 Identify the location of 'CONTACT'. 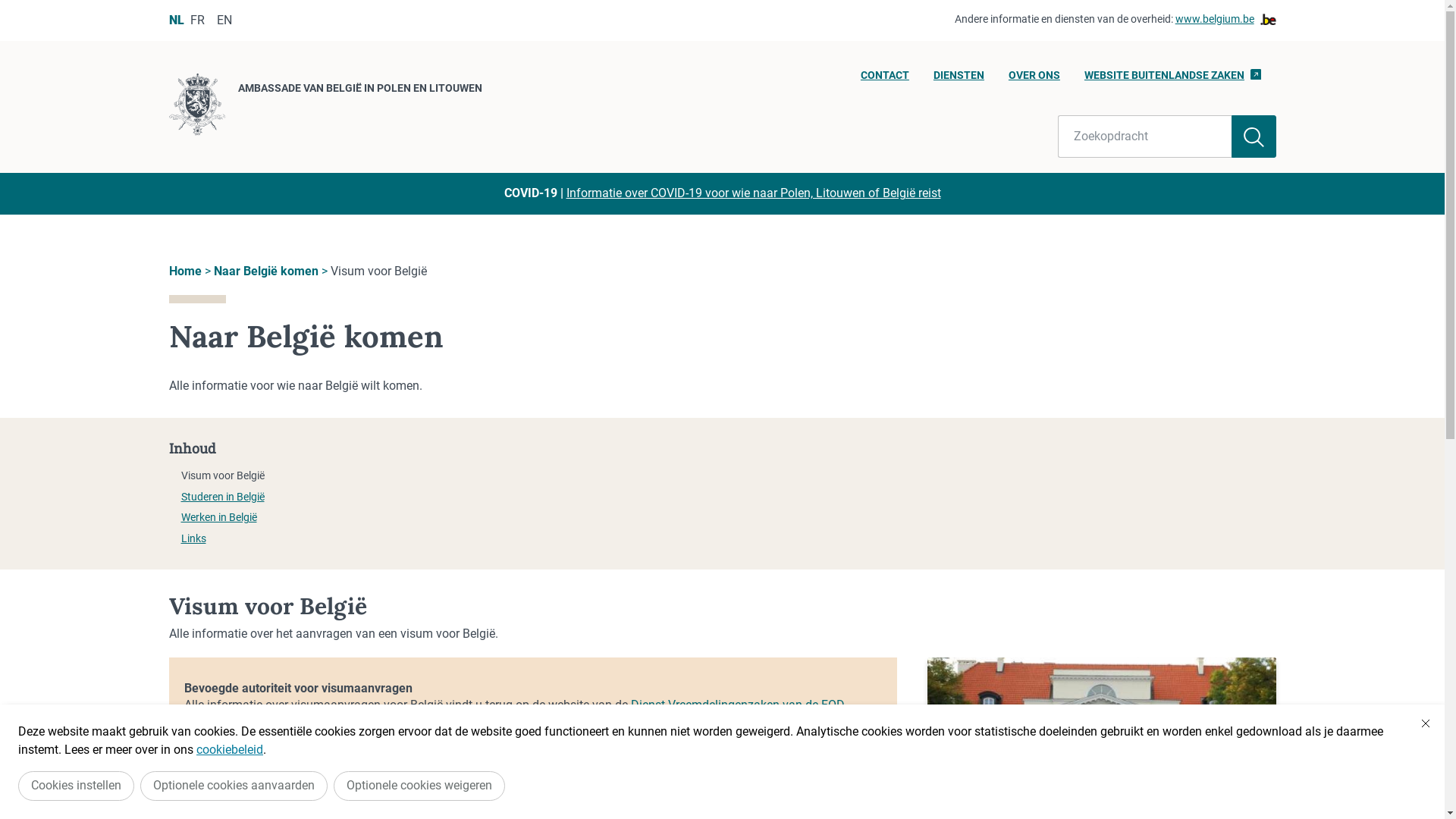
(884, 79).